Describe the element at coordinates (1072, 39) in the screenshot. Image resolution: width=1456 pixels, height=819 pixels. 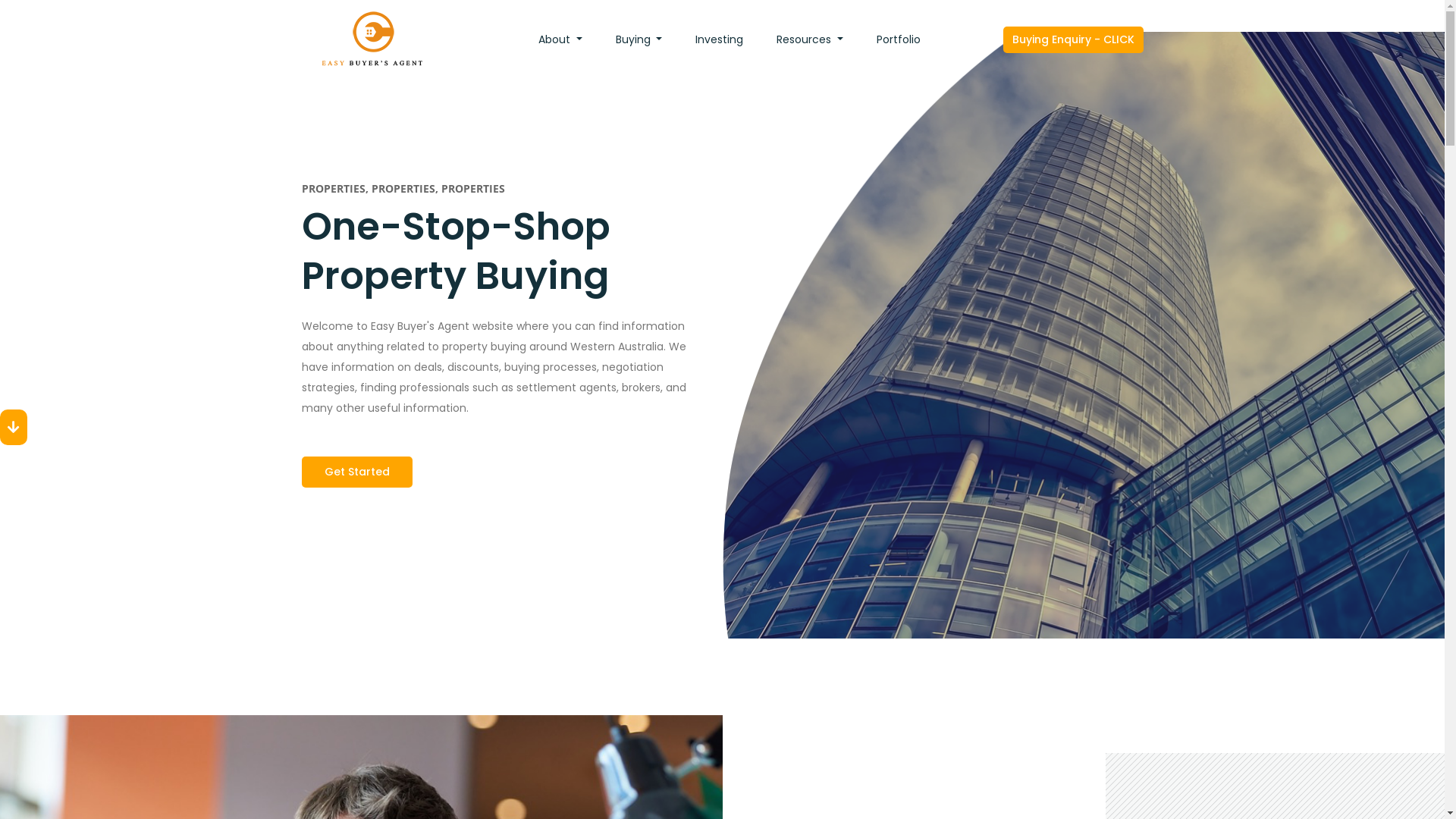
I see `'Buying Enquiry - CLICK'` at that location.